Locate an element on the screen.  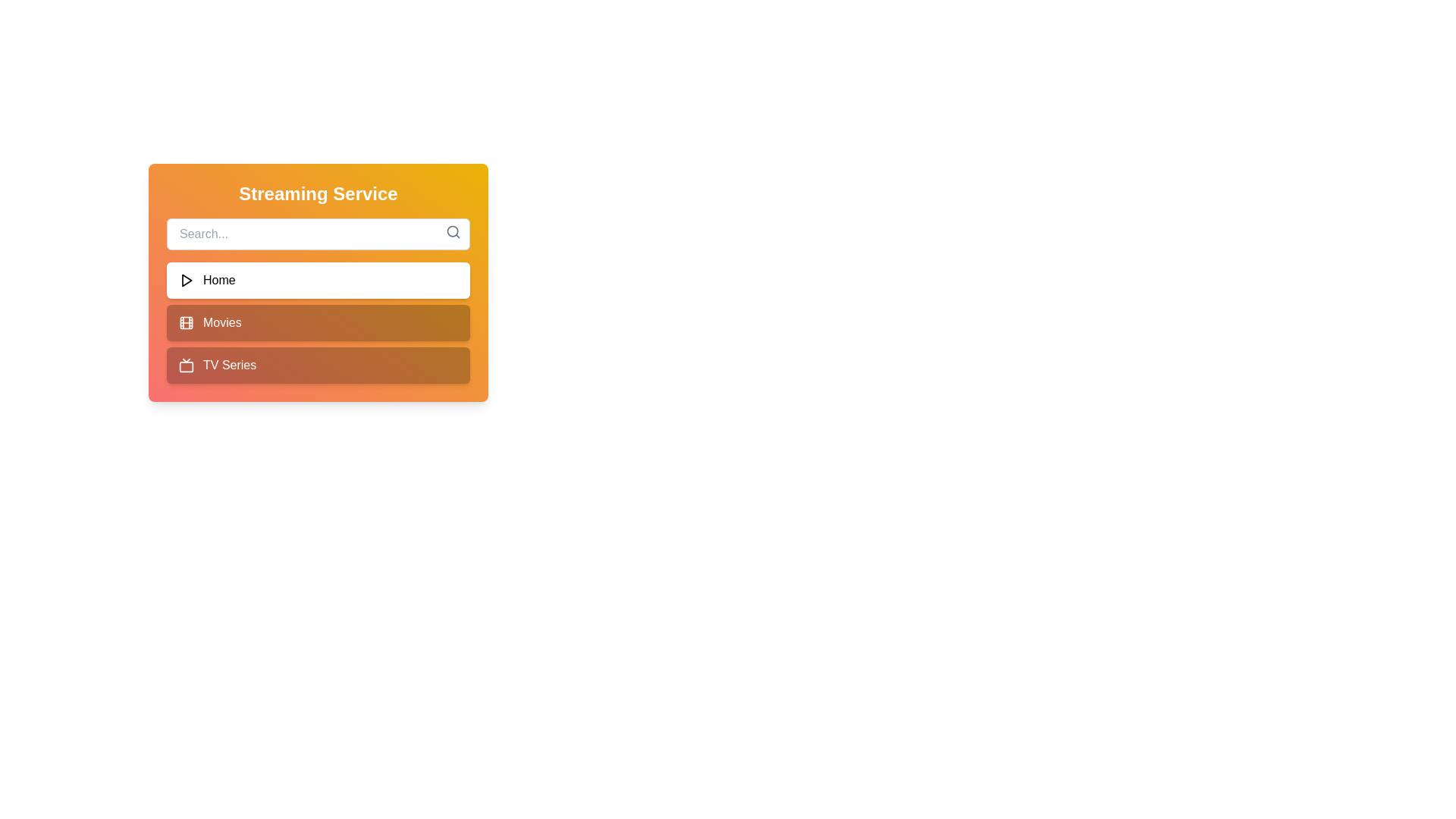
the 'Home' navigation button, which is the first item in a vertical list of navigation buttons is located at coordinates (318, 281).